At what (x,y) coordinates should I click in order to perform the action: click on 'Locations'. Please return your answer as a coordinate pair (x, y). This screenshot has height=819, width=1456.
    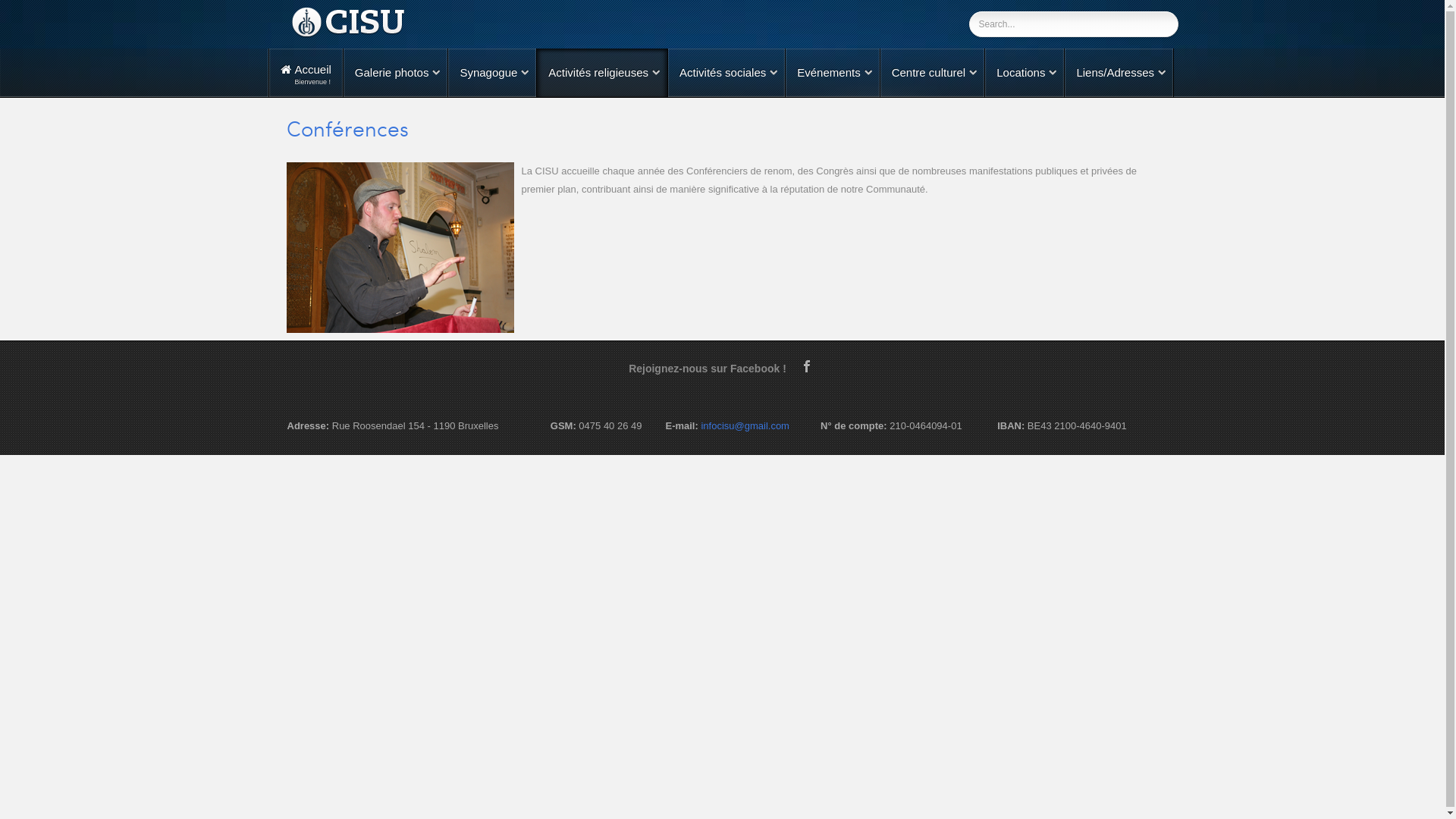
    Looking at the image, I should click on (1024, 73).